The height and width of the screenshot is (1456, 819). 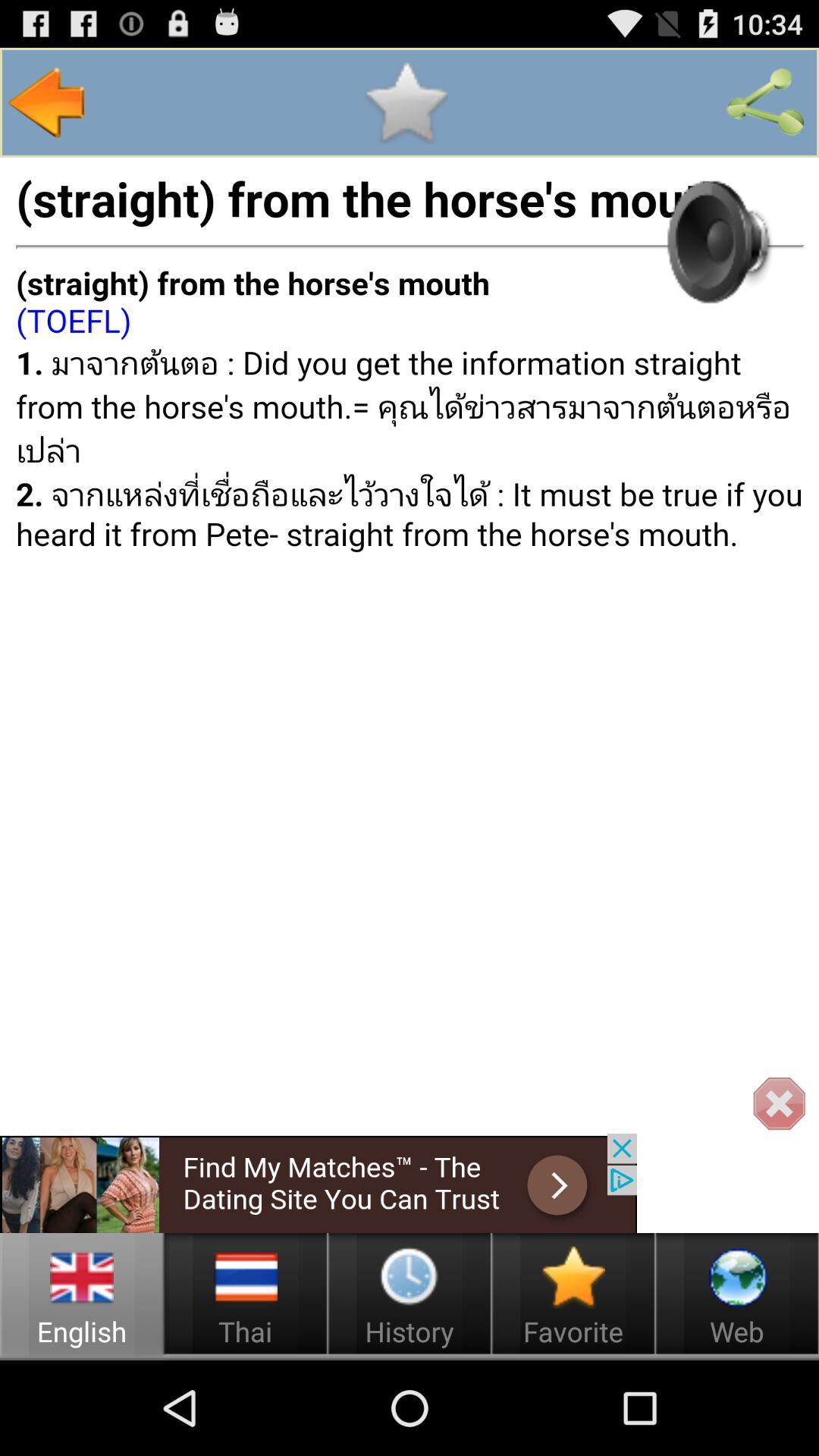 What do you see at coordinates (765, 102) in the screenshot?
I see `share page` at bounding box center [765, 102].